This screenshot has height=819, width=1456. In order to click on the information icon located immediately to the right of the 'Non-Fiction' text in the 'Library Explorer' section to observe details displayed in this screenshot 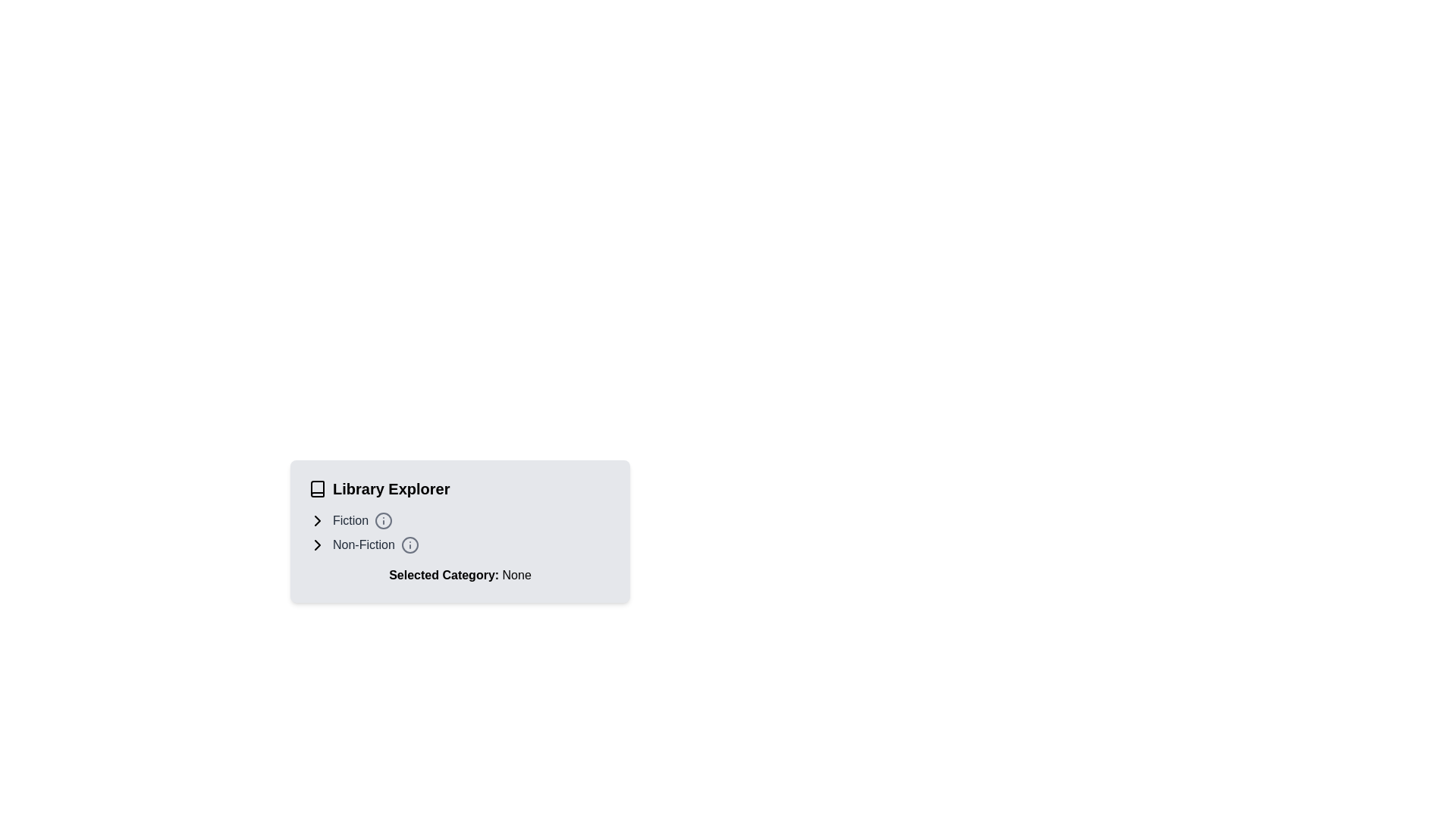, I will do `click(409, 544)`.